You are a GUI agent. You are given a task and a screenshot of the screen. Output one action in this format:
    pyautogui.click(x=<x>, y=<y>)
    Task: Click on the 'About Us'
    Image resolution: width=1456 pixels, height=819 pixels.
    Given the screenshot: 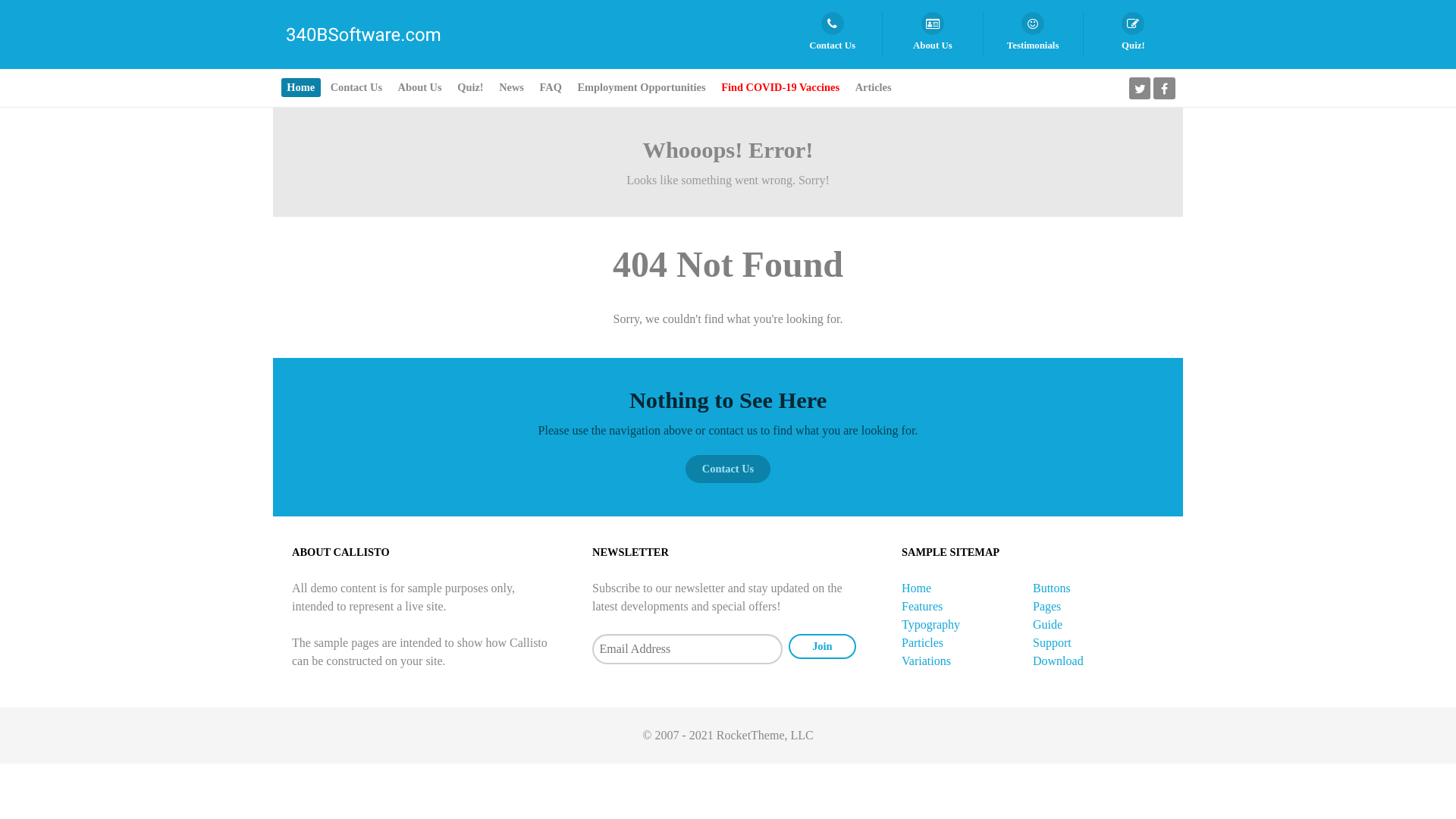 What is the action you would take?
    pyautogui.click(x=931, y=34)
    